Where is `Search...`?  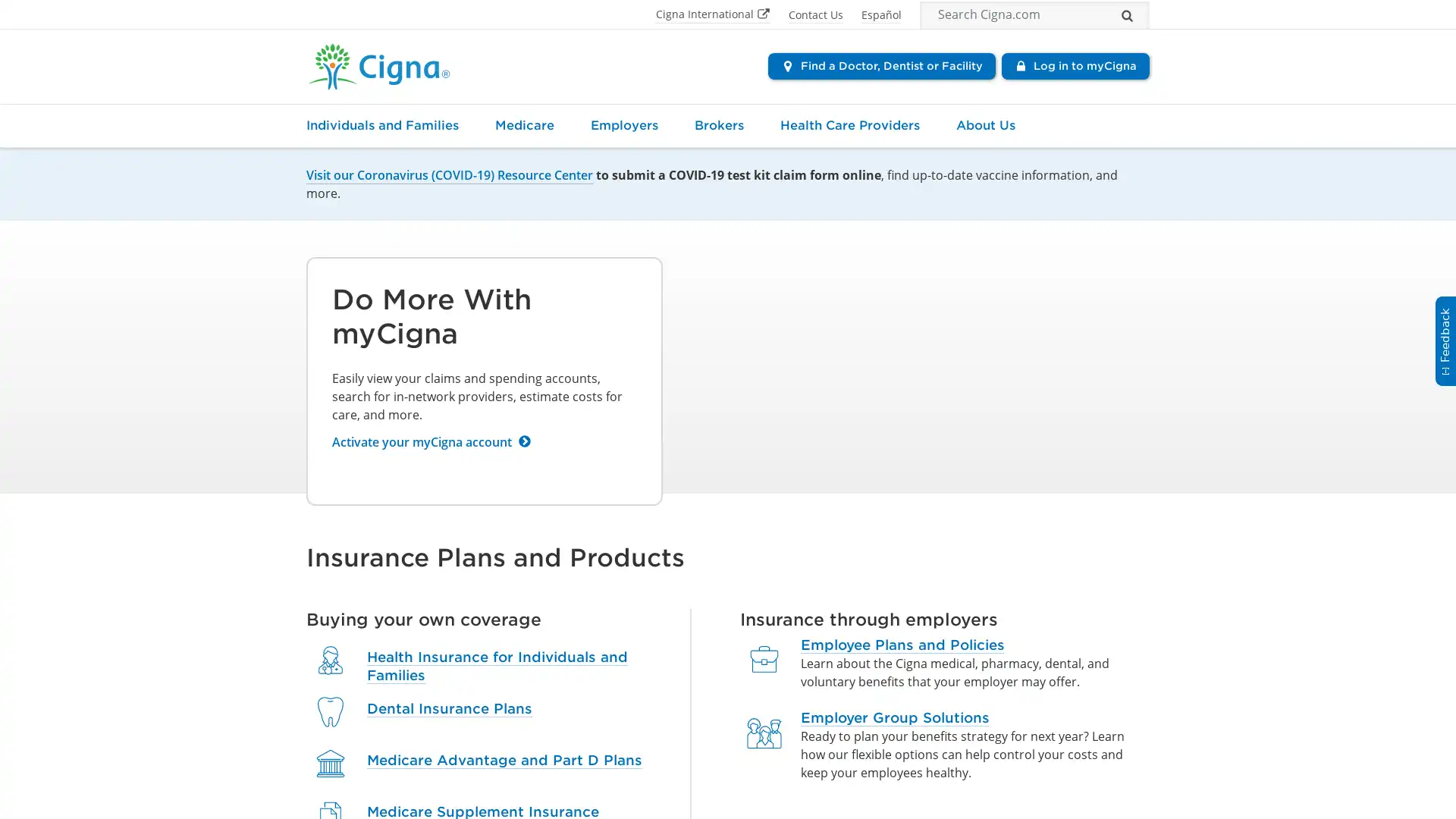
Search... is located at coordinates (1128, 14).